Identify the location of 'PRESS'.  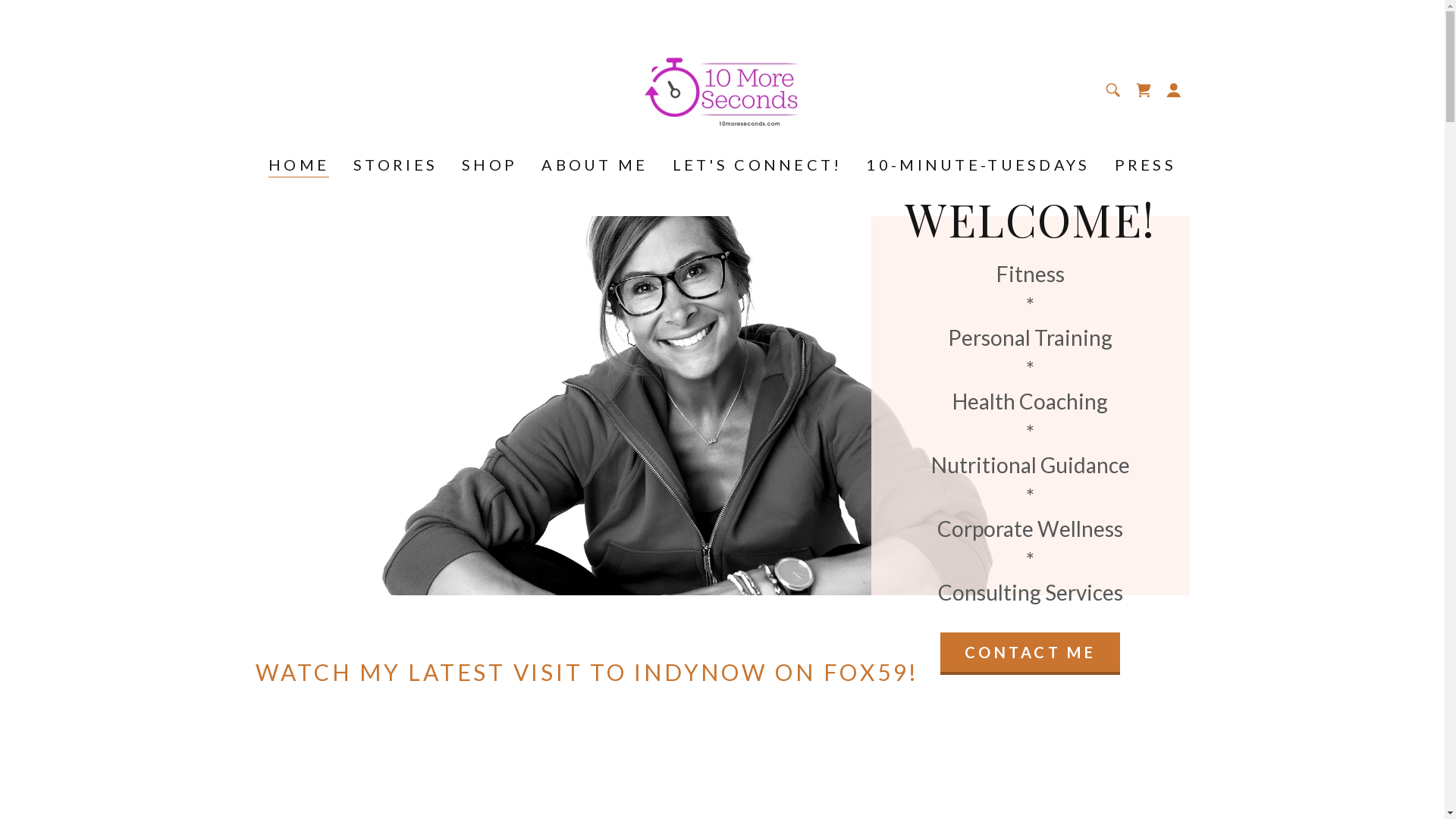
(1145, 164).